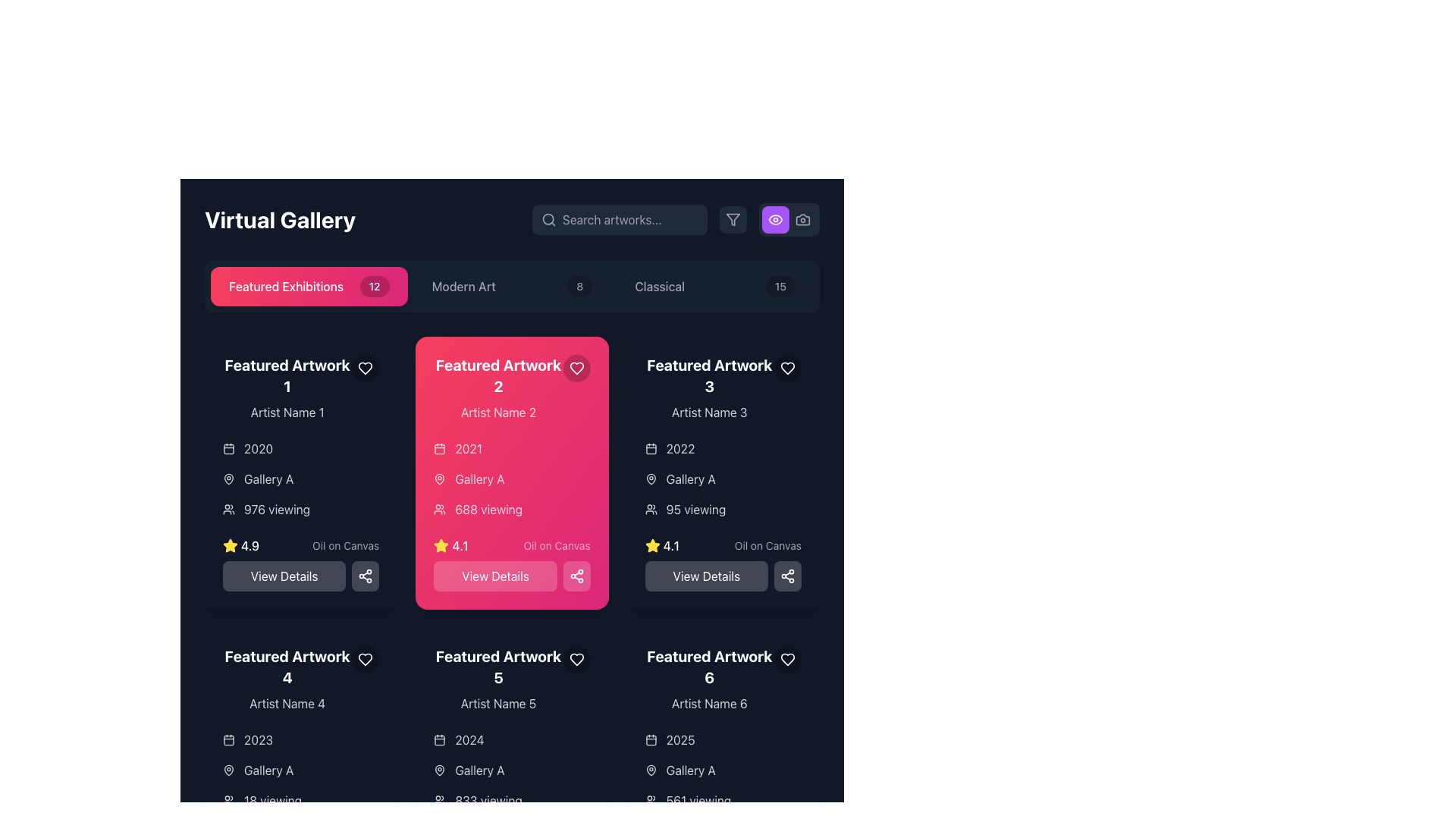 The width and height of the screenshot is (1456, 819). What do you see at coordinates (439, 770) in the screenshot?
I see `the map pin icon located below the title 'Gallery A' and above the text '833 viewing' in the second artwork card ('Featured Artwork 5')` at bounding box center [439, 770].